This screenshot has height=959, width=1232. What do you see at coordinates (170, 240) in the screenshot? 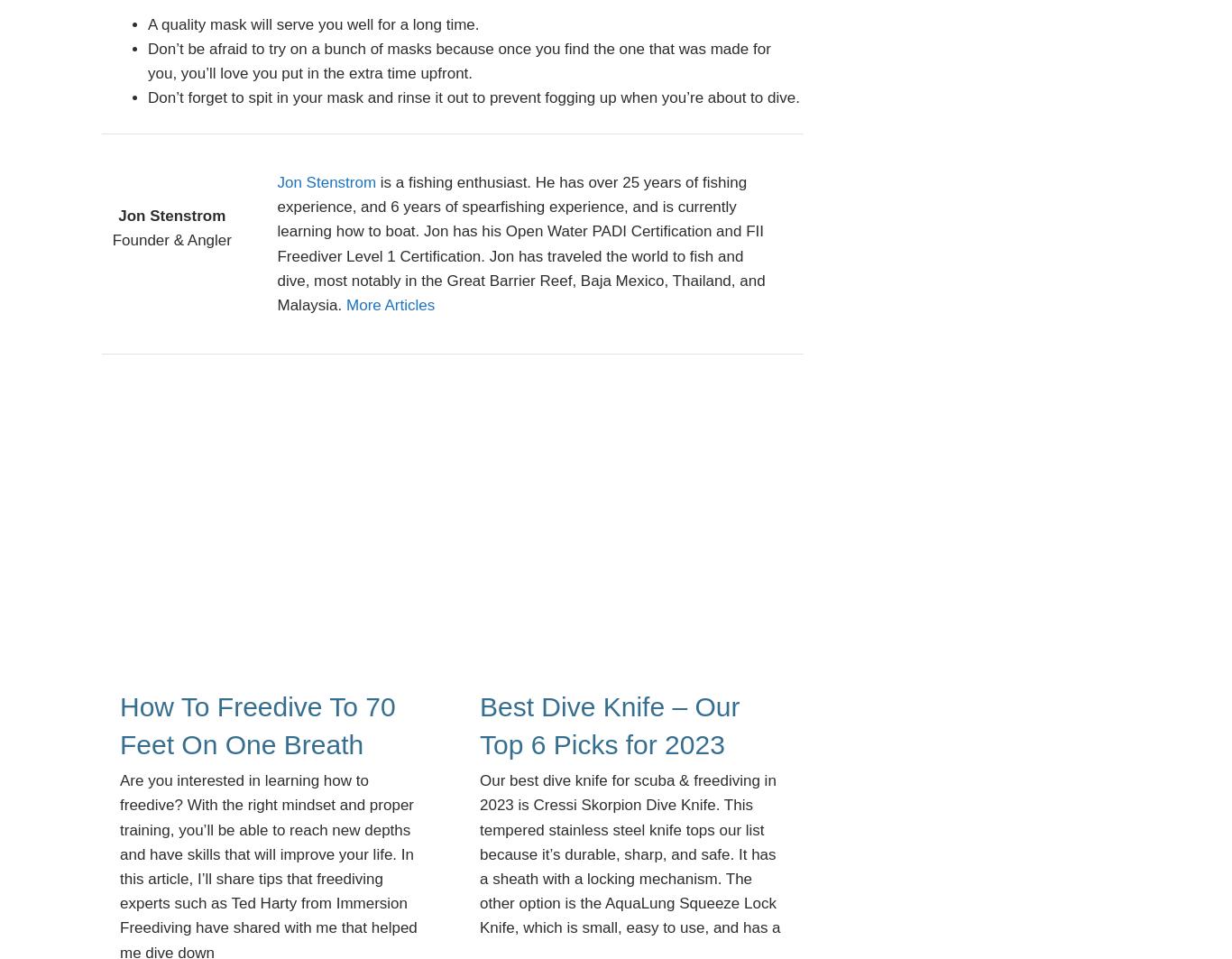
I see `'Founder & Angler'` at bounding box center [170, 240].